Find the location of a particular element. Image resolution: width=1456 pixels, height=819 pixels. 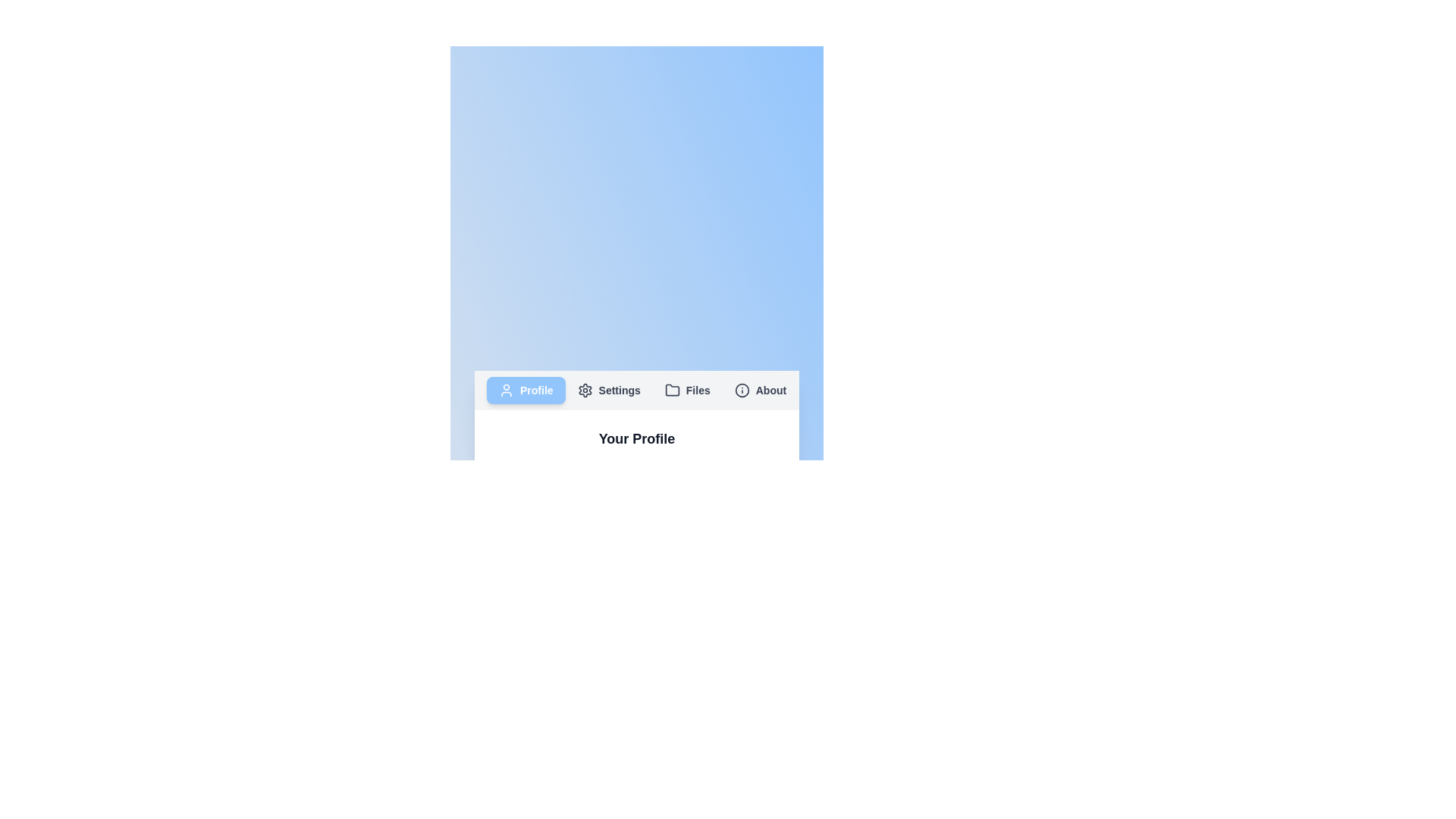

the Profile button in the bottom center navigation menu is located at coordinates (526, 390).